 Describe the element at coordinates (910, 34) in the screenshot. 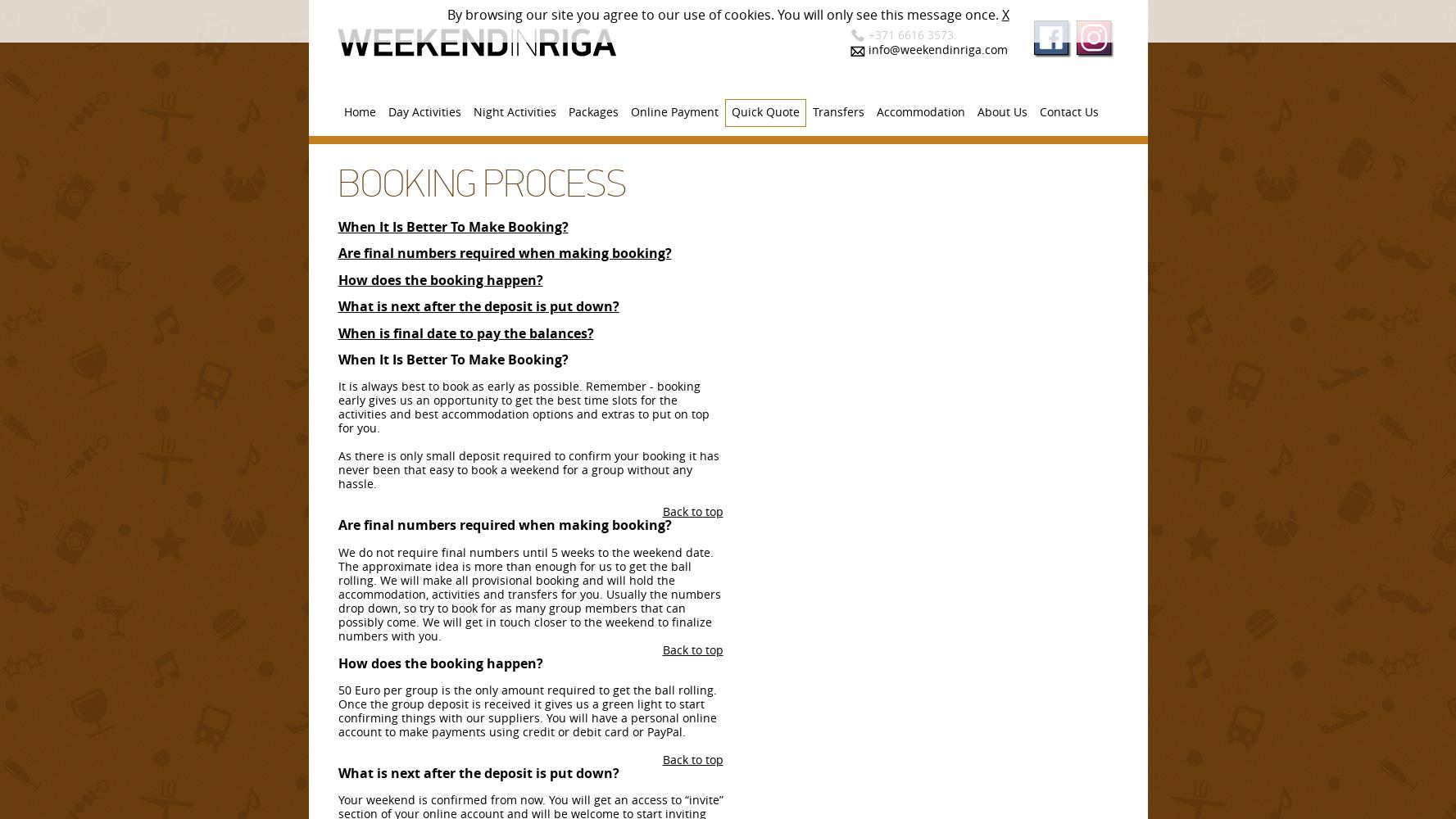

I see `'+371 6616 3573.'` at that location.